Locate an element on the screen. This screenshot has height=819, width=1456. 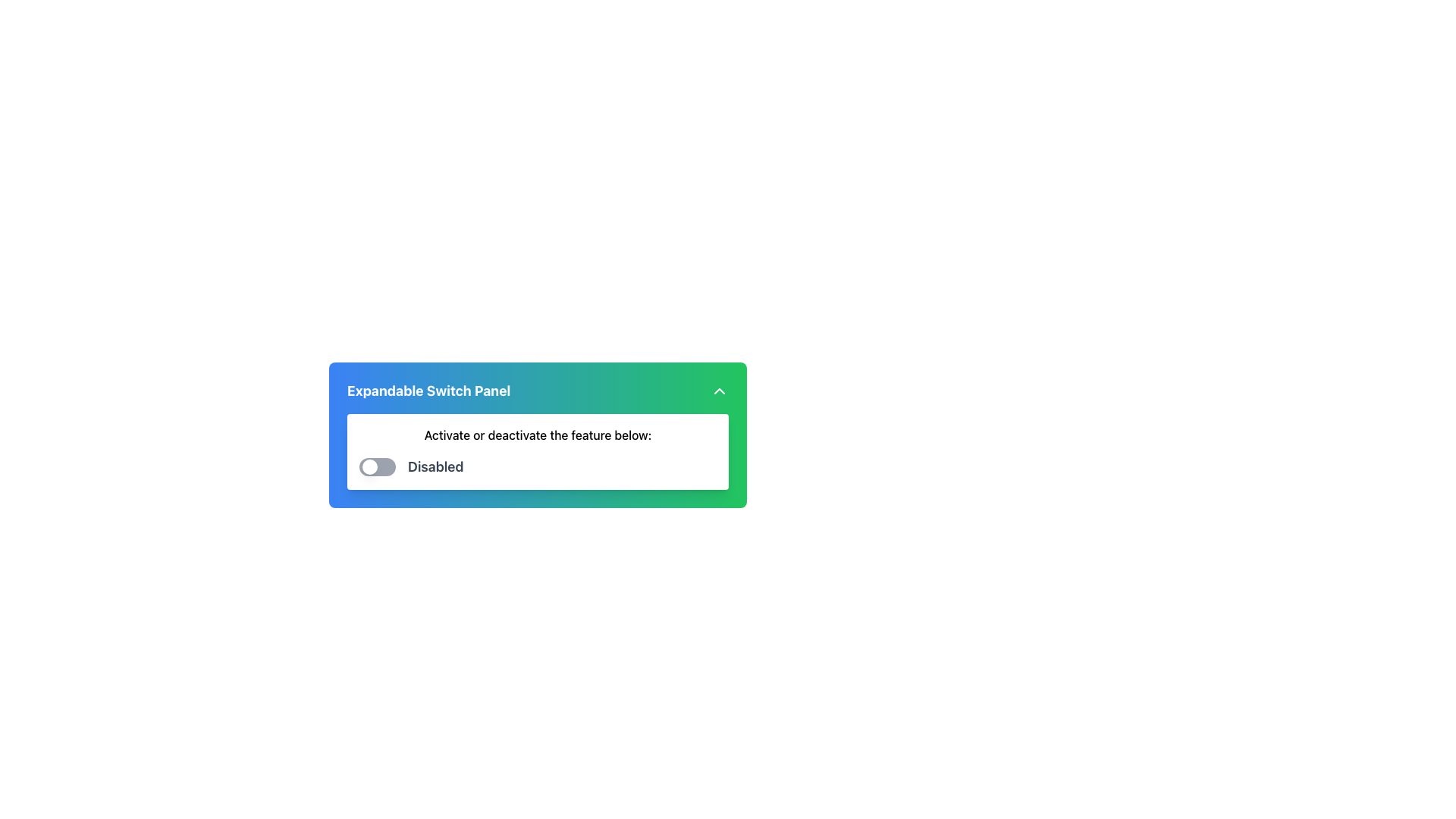
the toggle switch located in the 'Disabled' section to change its state from 'off' to 'on' is located at coordinates (378, 466).